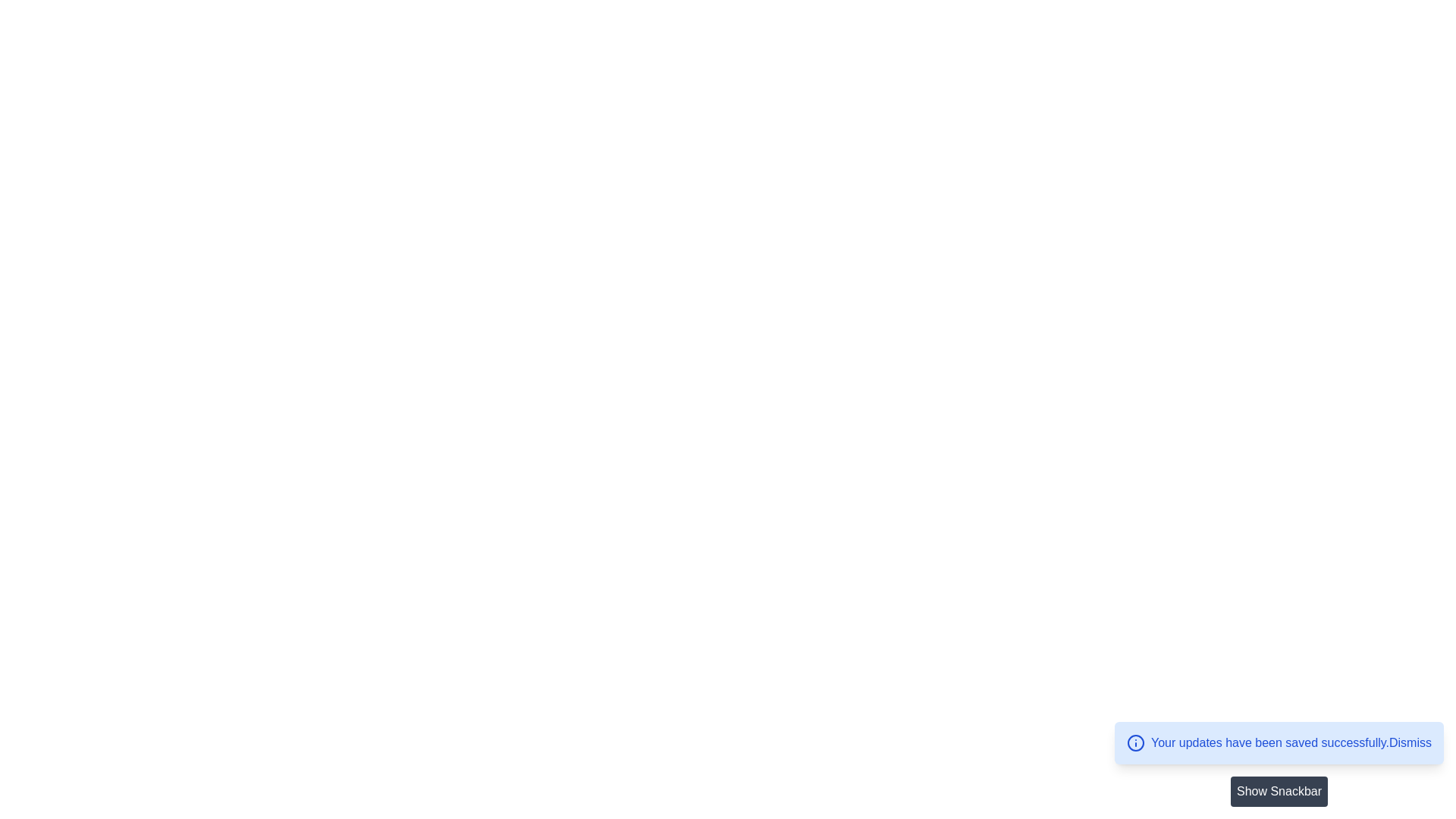 The height and width of the screenshot is (819, 1456). What do you see at coordinates (1410, 742) in the screenshot?
I see `the 'Dismiss' clickable text link styled in blue with an underline that appears on hover, located on the far-right side of the notification box` at bounding box center [1410, 742].